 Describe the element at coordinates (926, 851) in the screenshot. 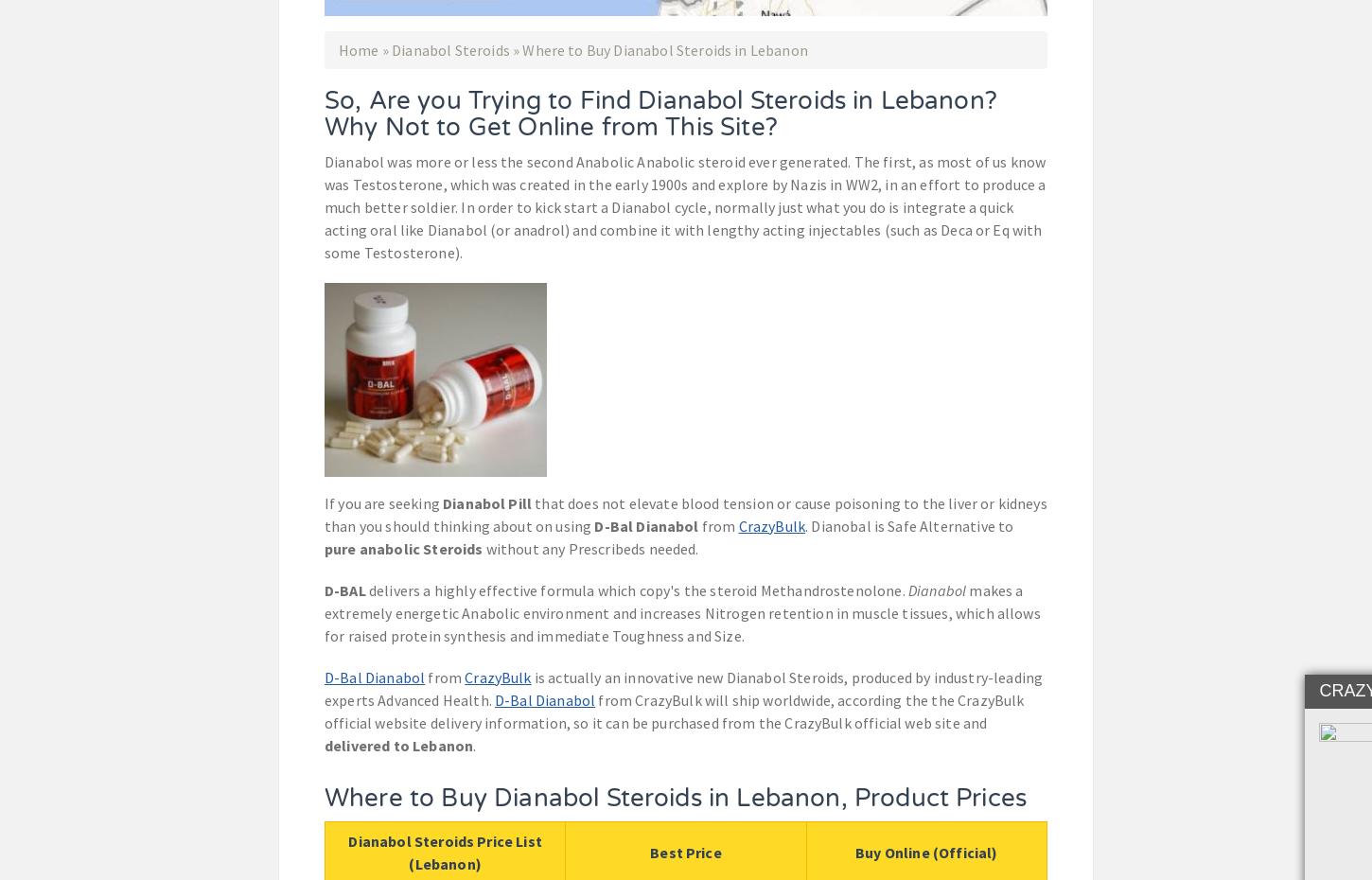

I see `'Buy Online (Official)'` at that location.